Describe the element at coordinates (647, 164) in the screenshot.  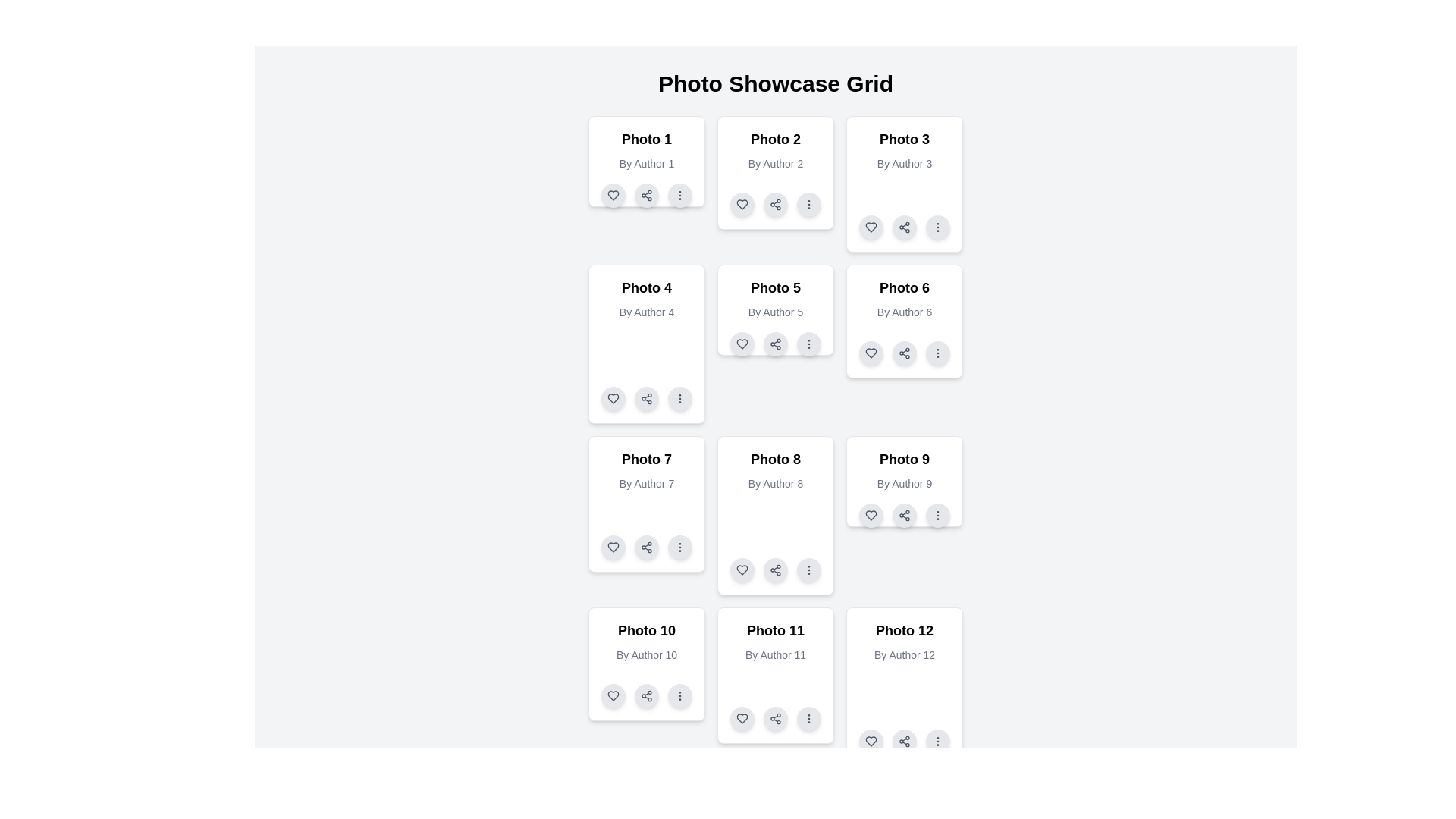
I see `the Text Label element reading 'By Author 1', which is styled with a small font size and gray color, located in the first card beneath the 'Photo 1' title` at that location.